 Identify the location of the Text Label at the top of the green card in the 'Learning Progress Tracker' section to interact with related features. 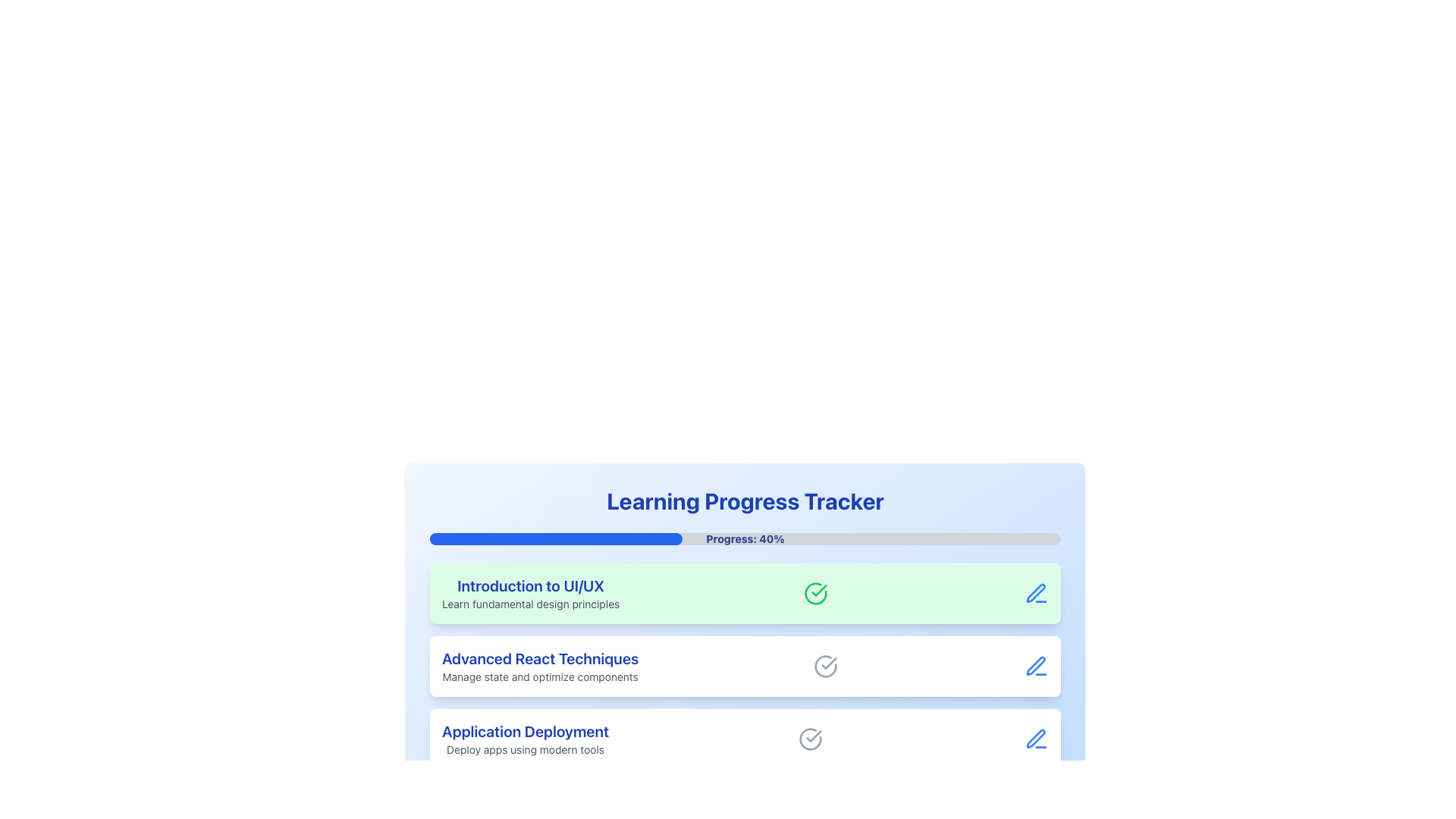
(531, 585).